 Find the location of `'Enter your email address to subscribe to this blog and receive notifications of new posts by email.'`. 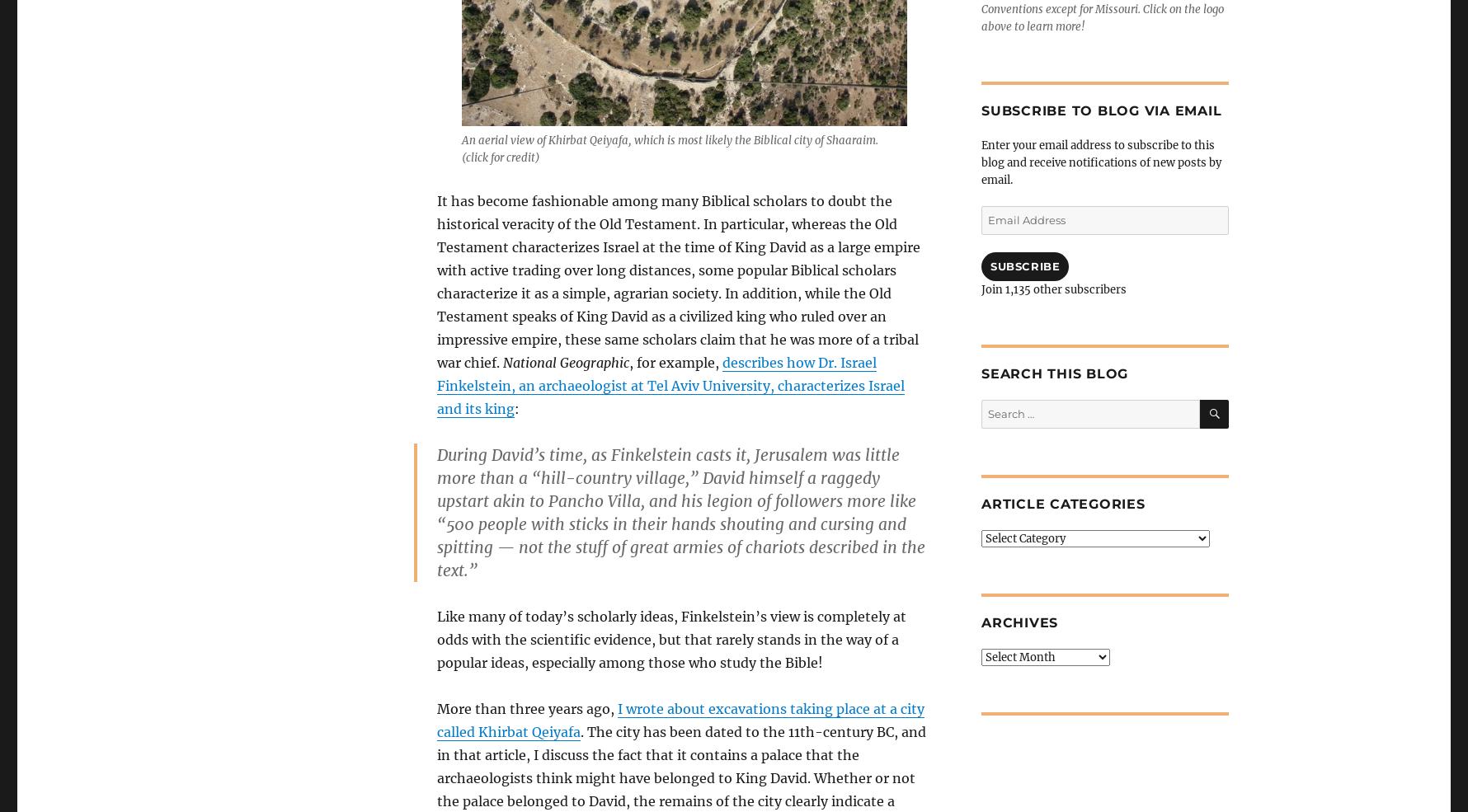

'Enter your email address to subscribe to this blog and receive notifications of new posts by email.' is located at coordinates (1101, 162).